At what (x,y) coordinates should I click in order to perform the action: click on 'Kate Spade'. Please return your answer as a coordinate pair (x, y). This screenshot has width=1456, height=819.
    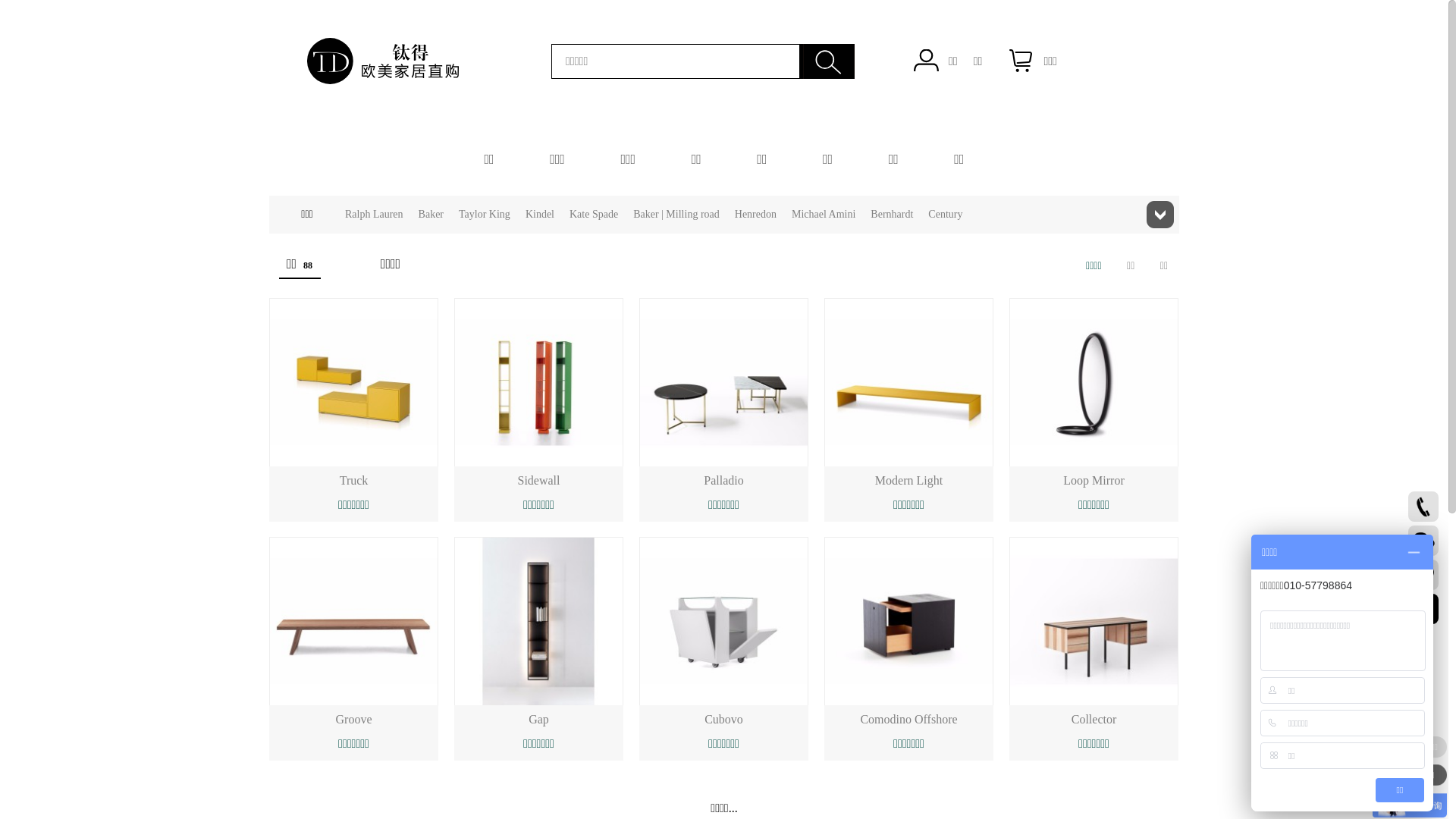
    Looking at the image, I should click on (592, 214).